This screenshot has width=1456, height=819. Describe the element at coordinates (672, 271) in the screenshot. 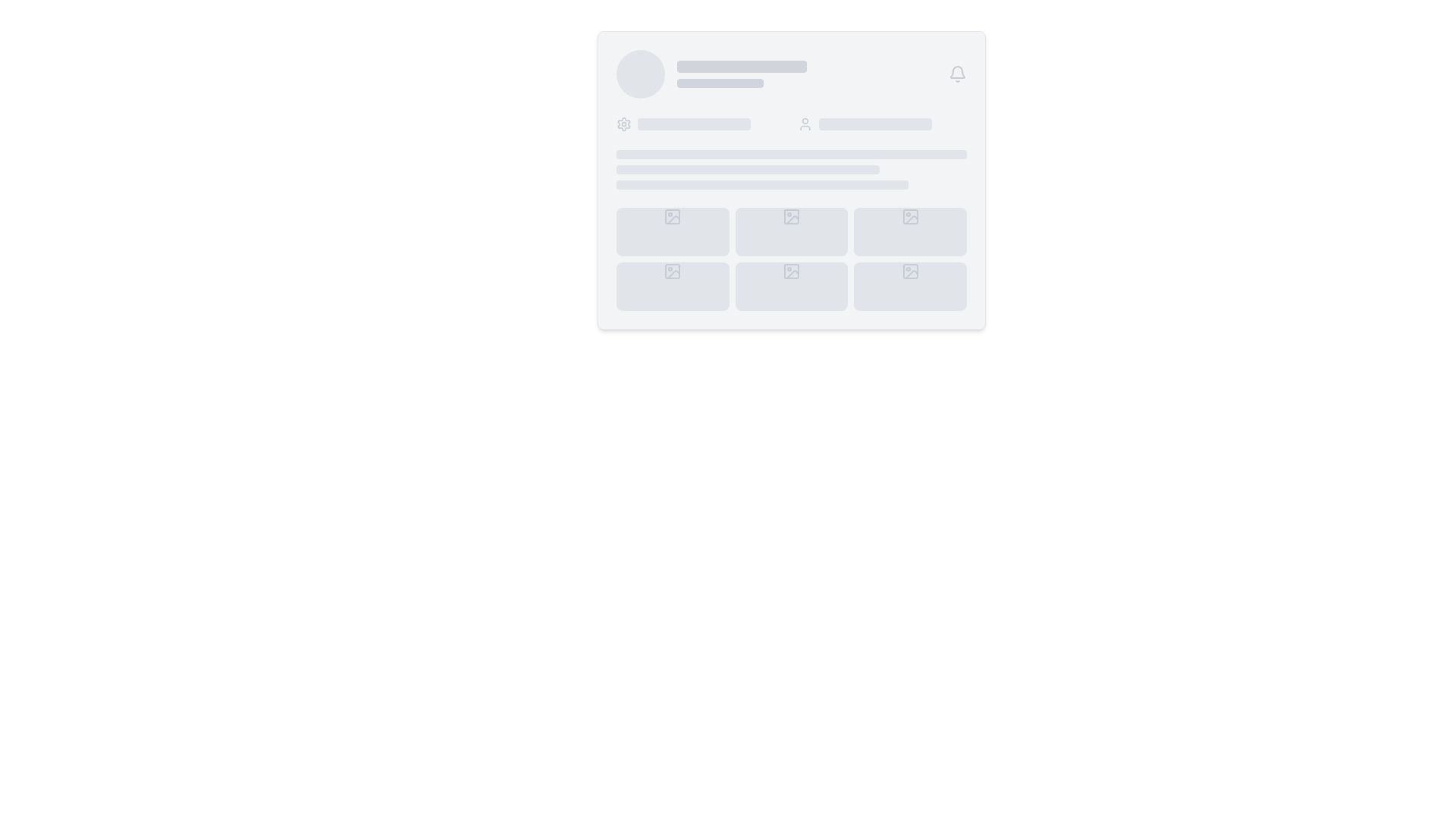

I see `the Icon placeholder located in the second spot of the bottom row in a grid layout` at that location.